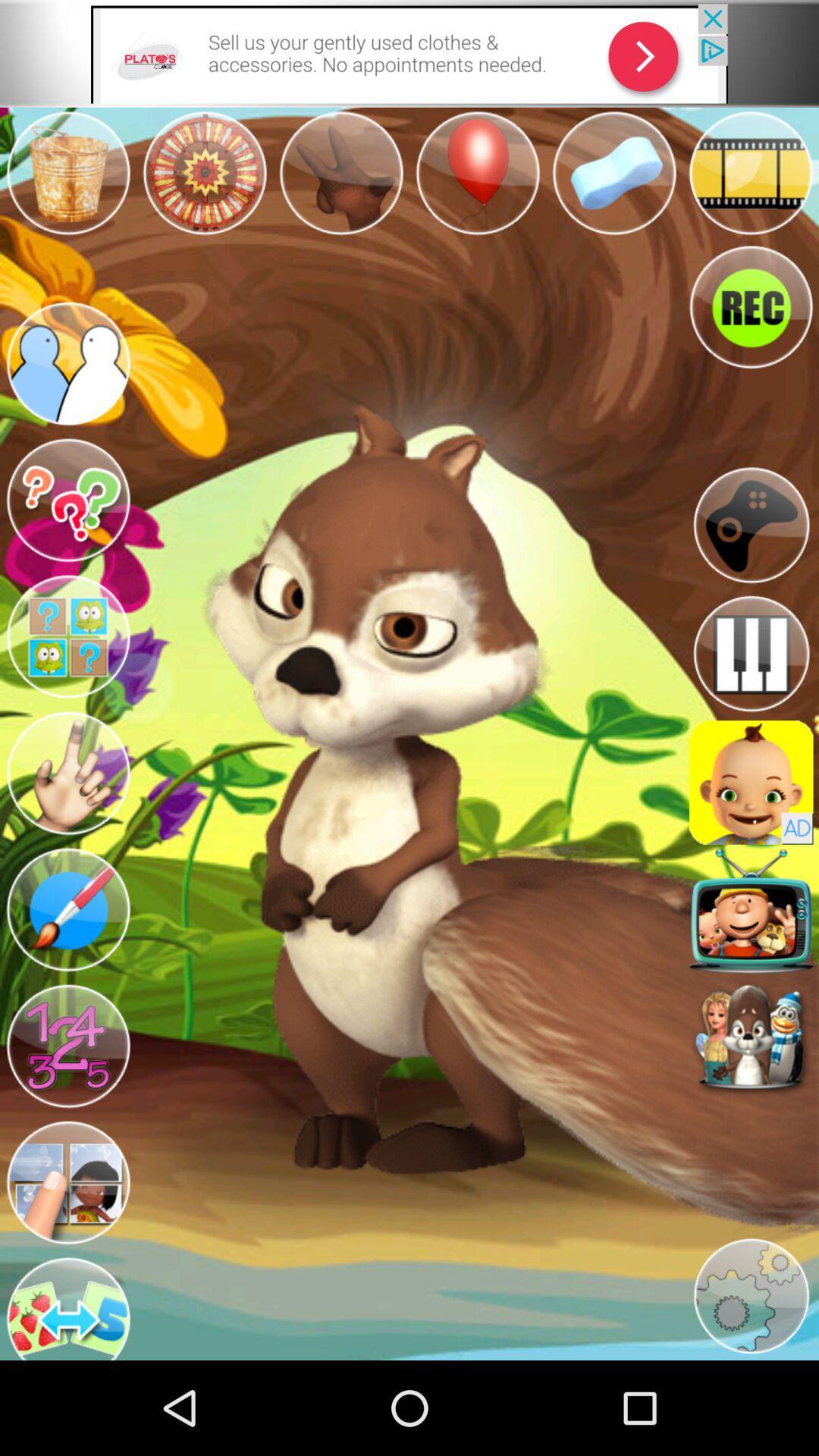  What do you see at coordinates (751, 783) in the screenshot?
I see `click advertisement` at bounding box center [751, 783].